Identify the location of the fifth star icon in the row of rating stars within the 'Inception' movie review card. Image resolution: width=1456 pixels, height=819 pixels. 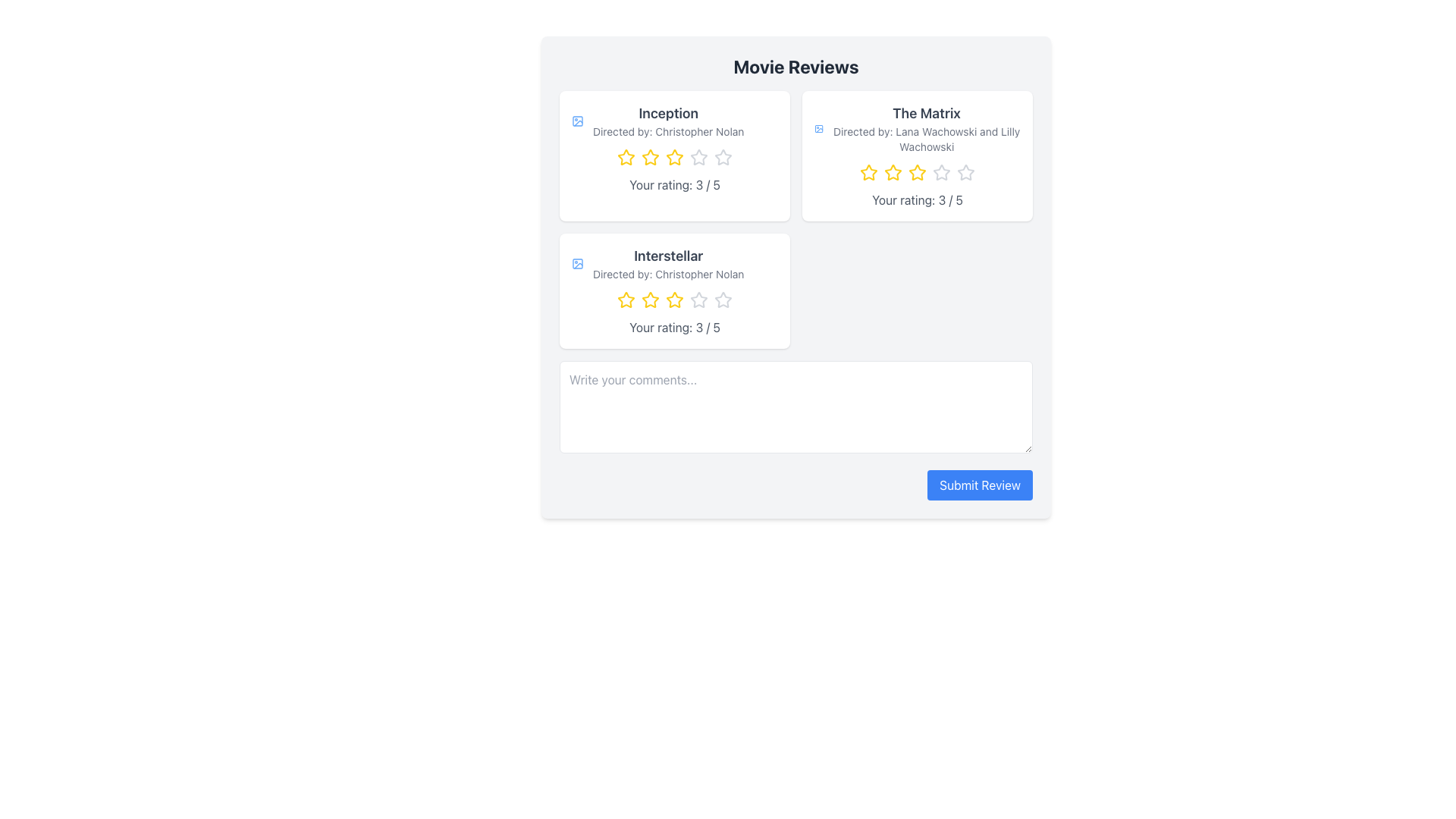
(723, 158).